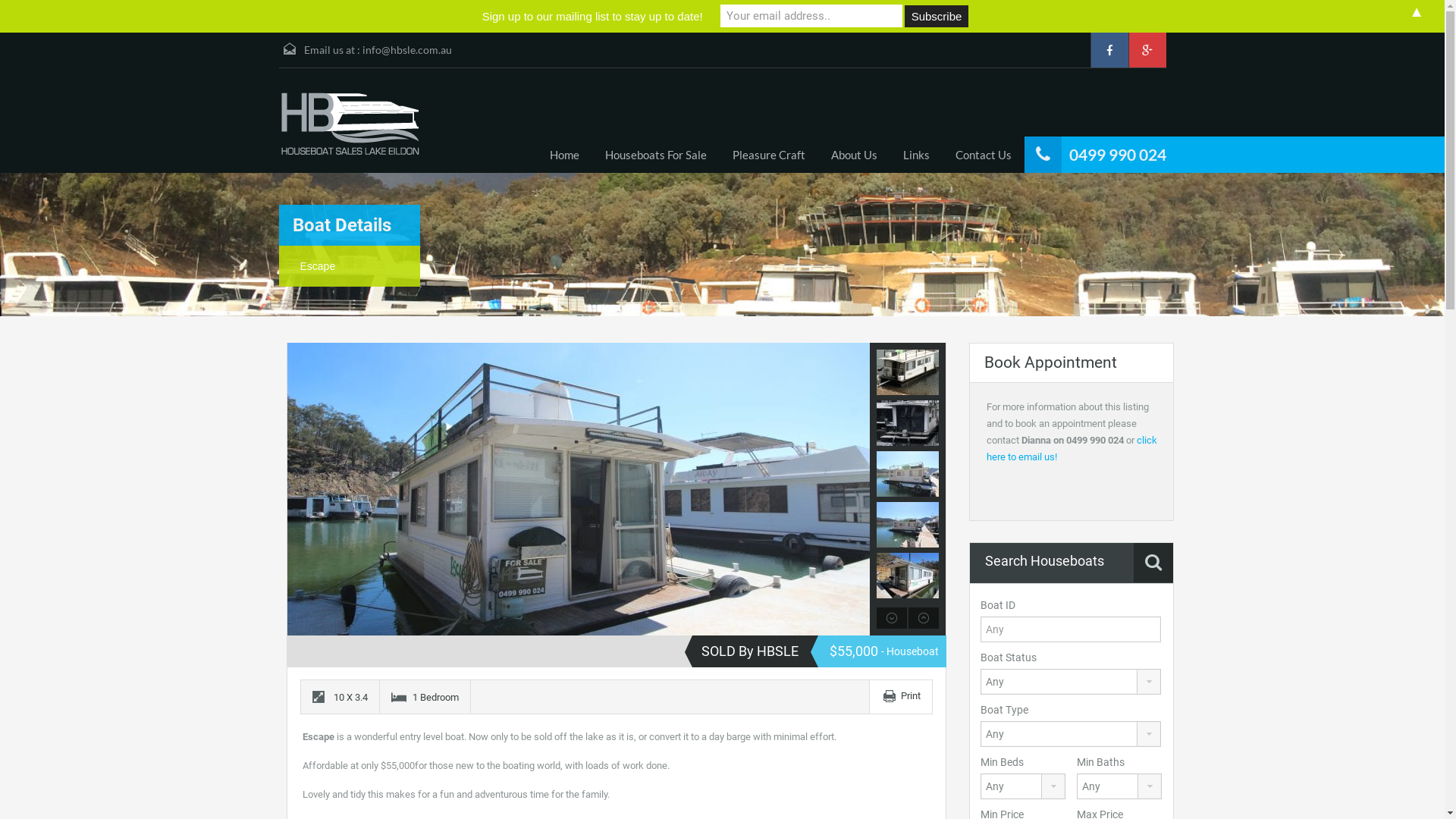  I want to click on 'Pleasure Craft', so click(718, 155).